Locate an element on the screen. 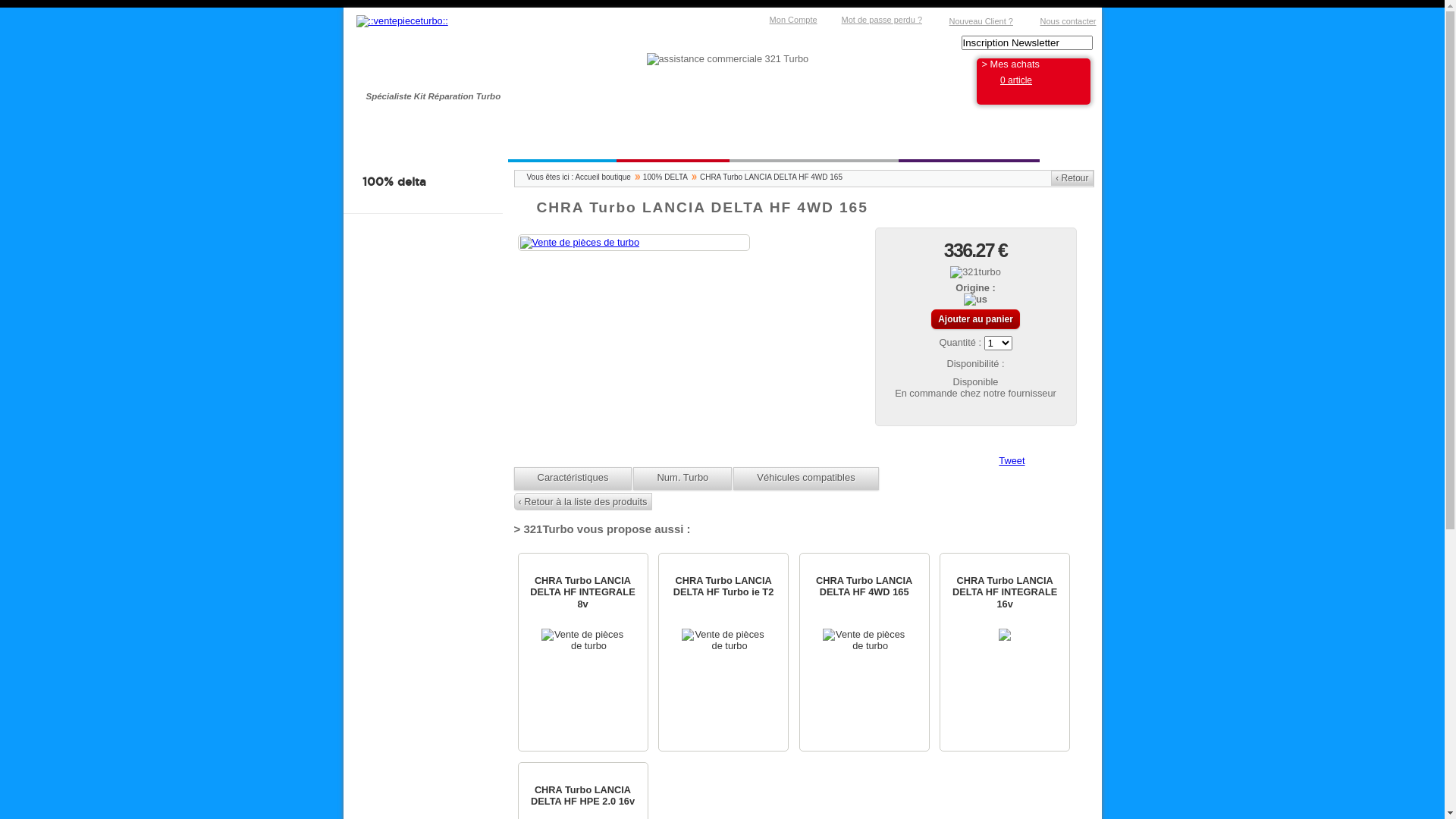  'us' is located at coordinates (963, 299).